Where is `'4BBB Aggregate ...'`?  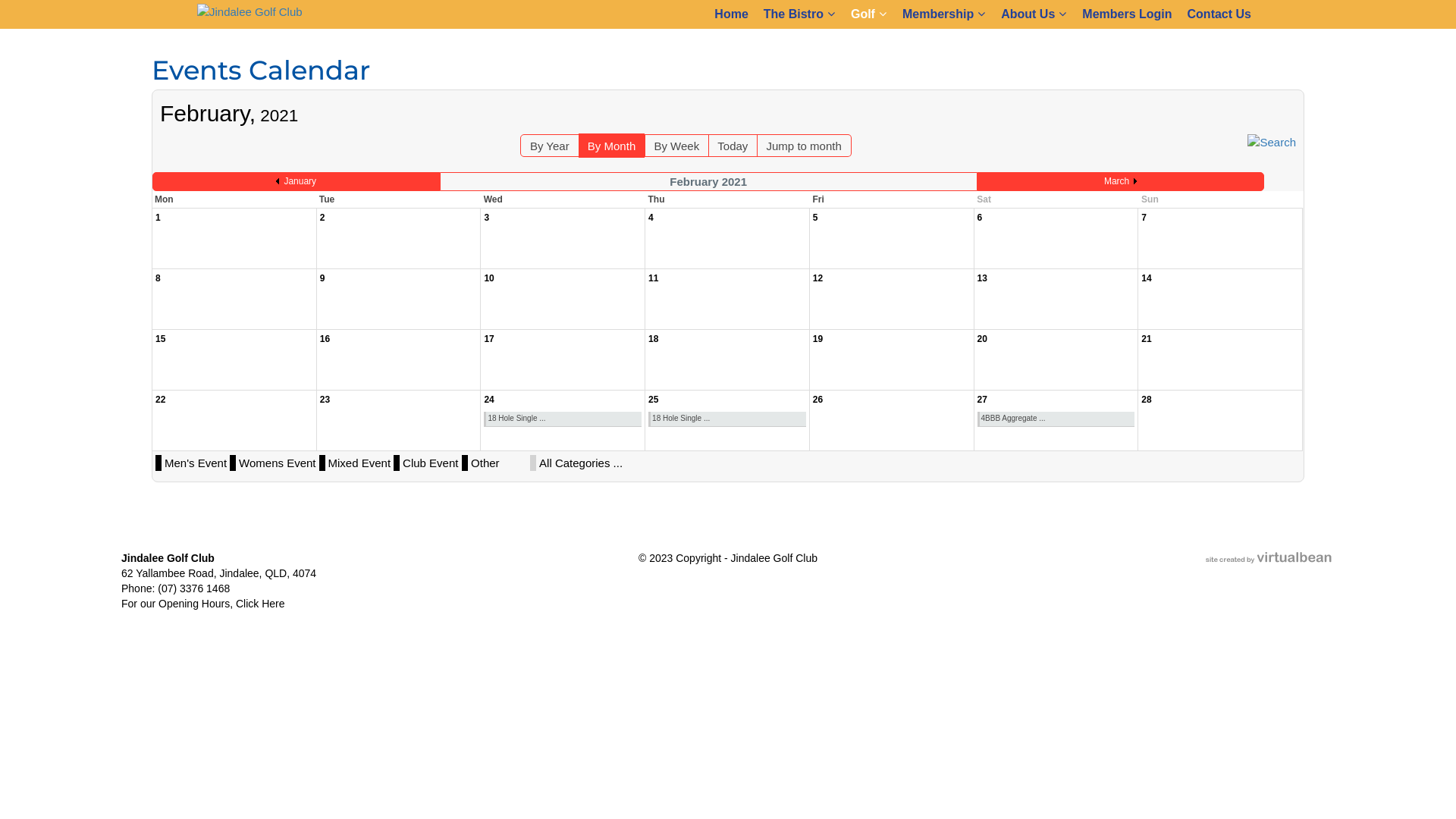
'4BBB Aggregate ...' is located at coordinates (1056, 418).